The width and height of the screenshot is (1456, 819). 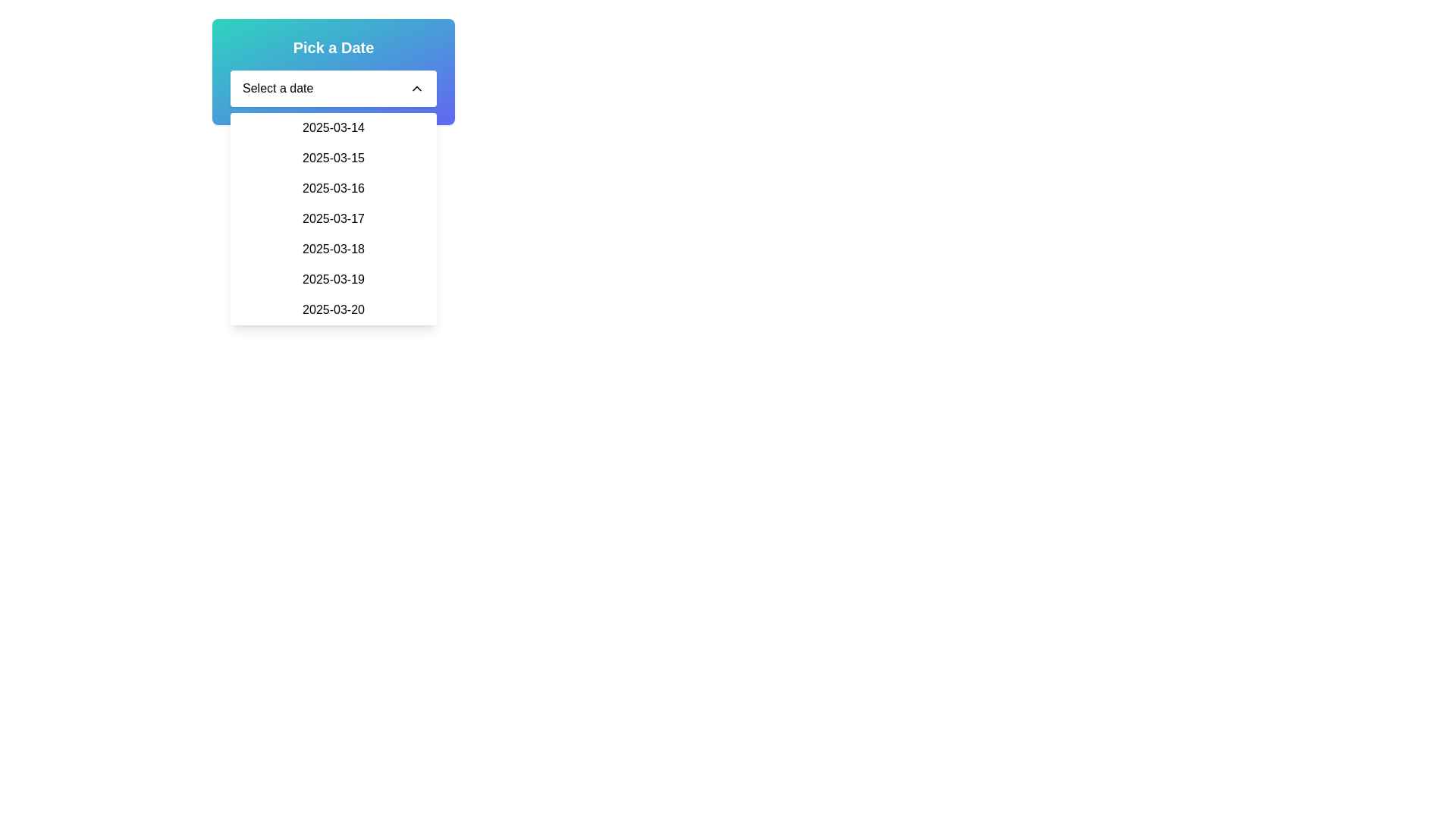 What do you see at coordinates (417, 88) in the screenshot?
I see `the Chevron Up arrow icon located at the rightmost section of the 'Select a date.' dropdown to retract the dropdown` at bounding box center [417, 88].